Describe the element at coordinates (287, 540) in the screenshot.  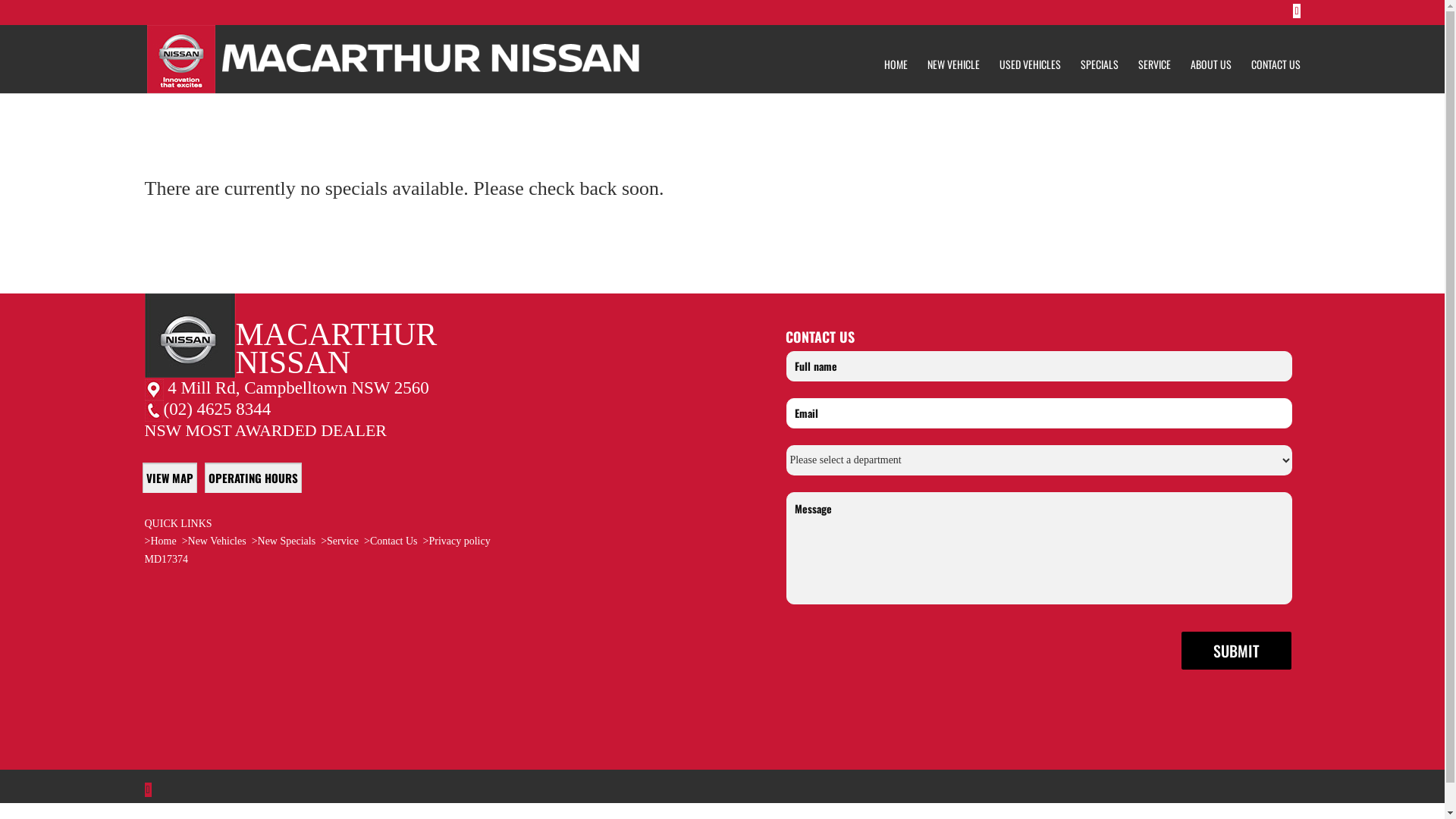
I see `'New Specials'` at that location.